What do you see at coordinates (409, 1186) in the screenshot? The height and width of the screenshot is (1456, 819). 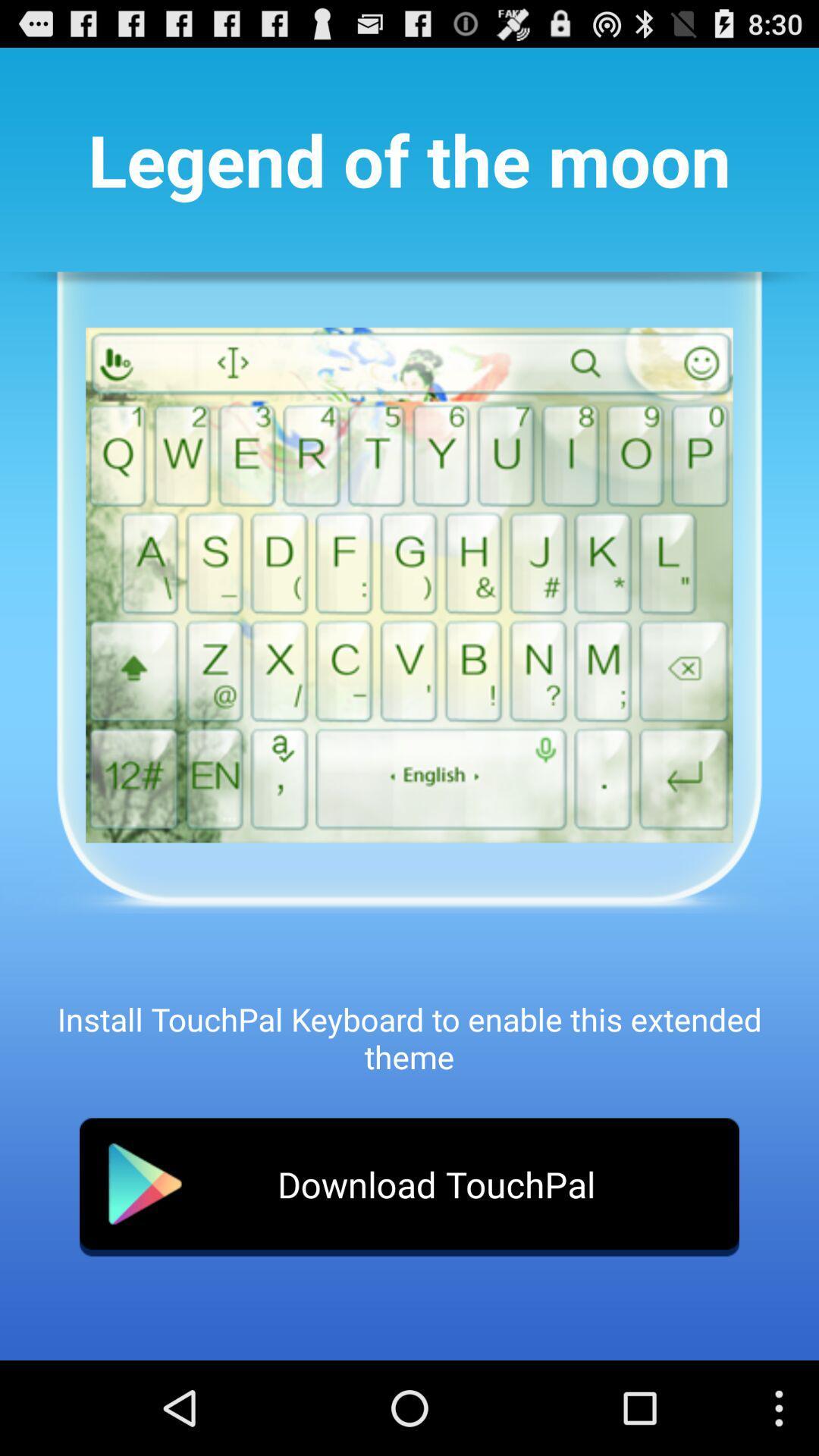 I see `the download touchpal` at bounding box center [409, 1186].